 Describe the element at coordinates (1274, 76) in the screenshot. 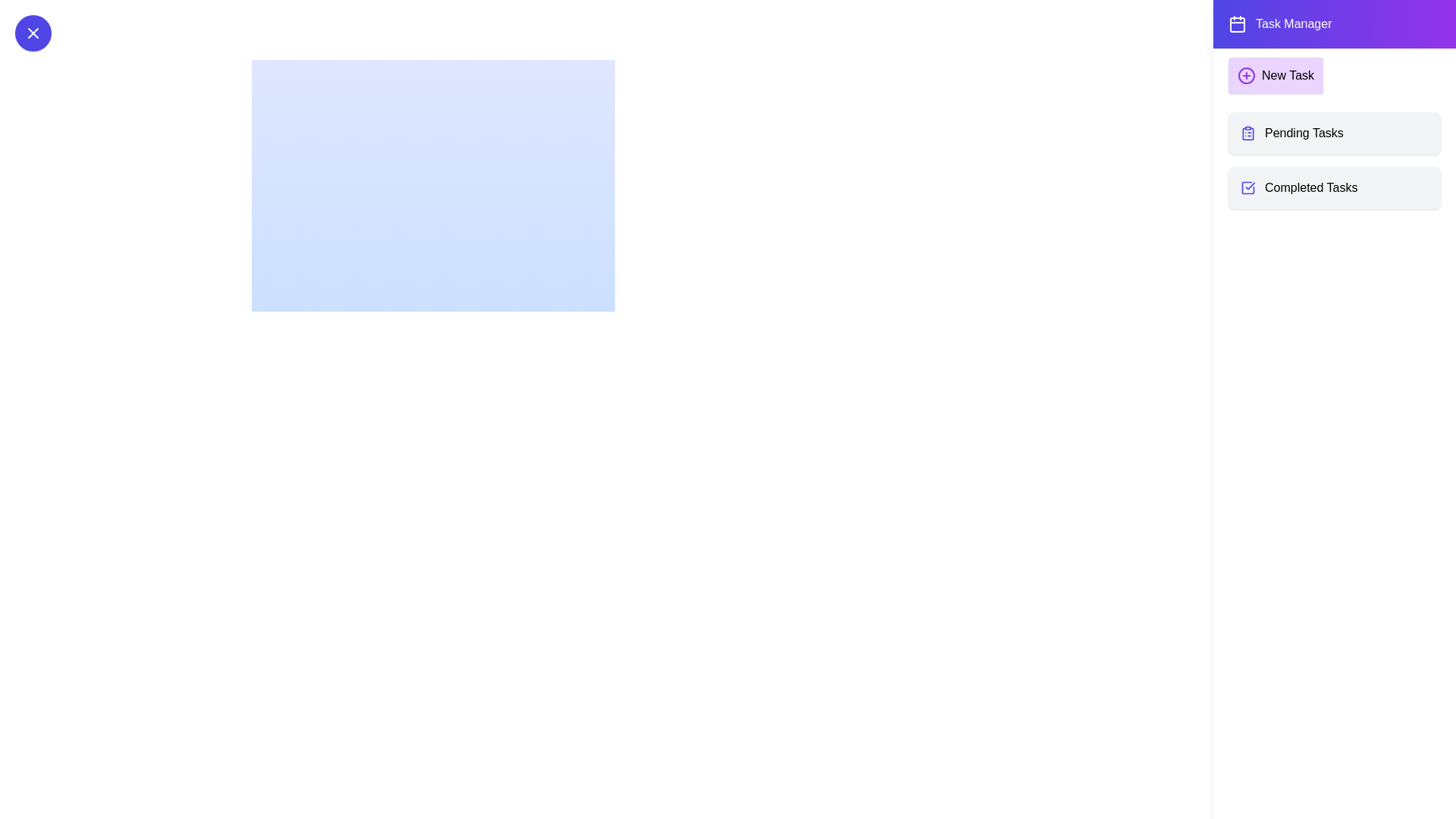

I see `'New Task' button` at that location.